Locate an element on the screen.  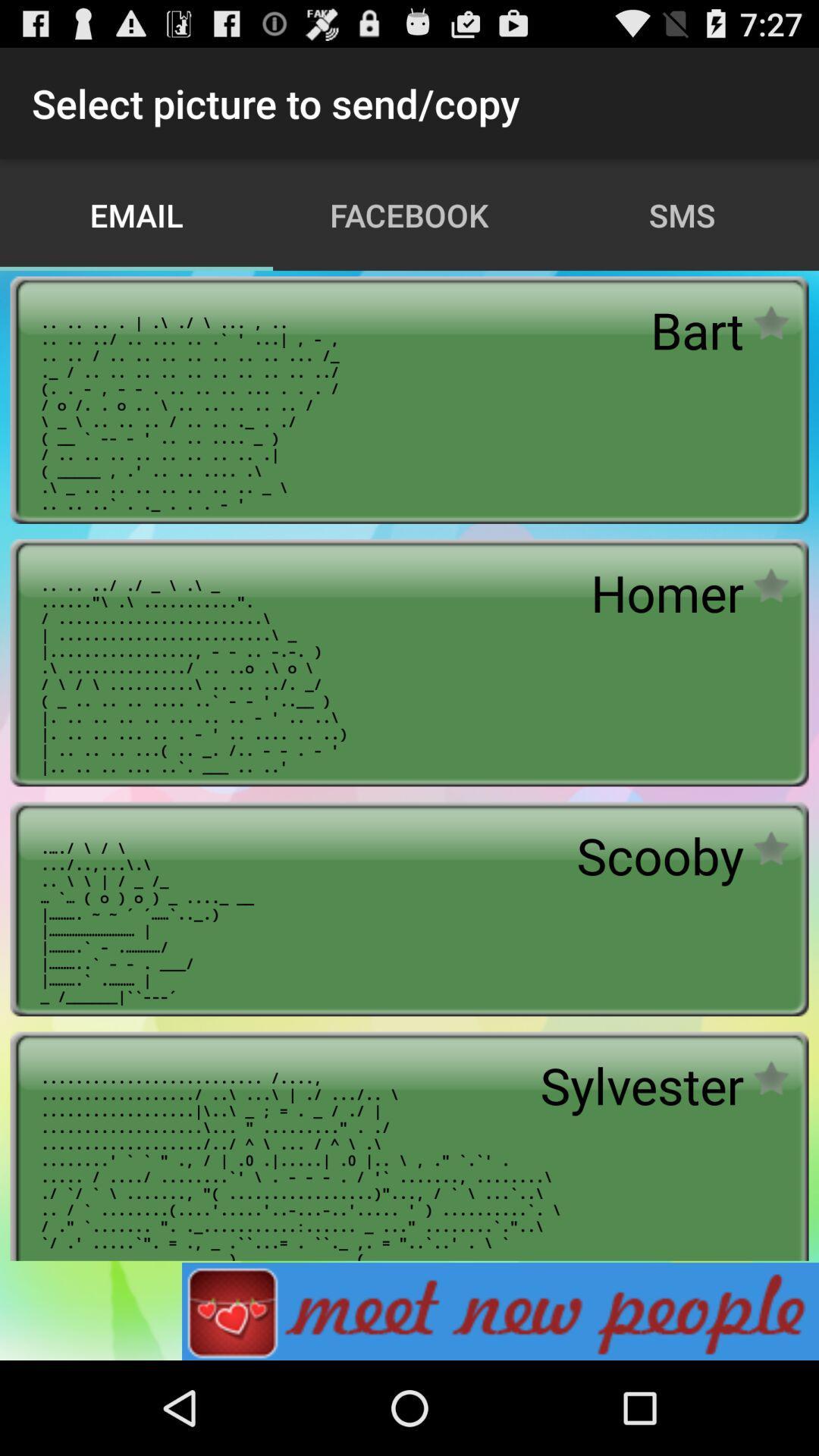
press meet new people is located at coordinates (500, 1310).